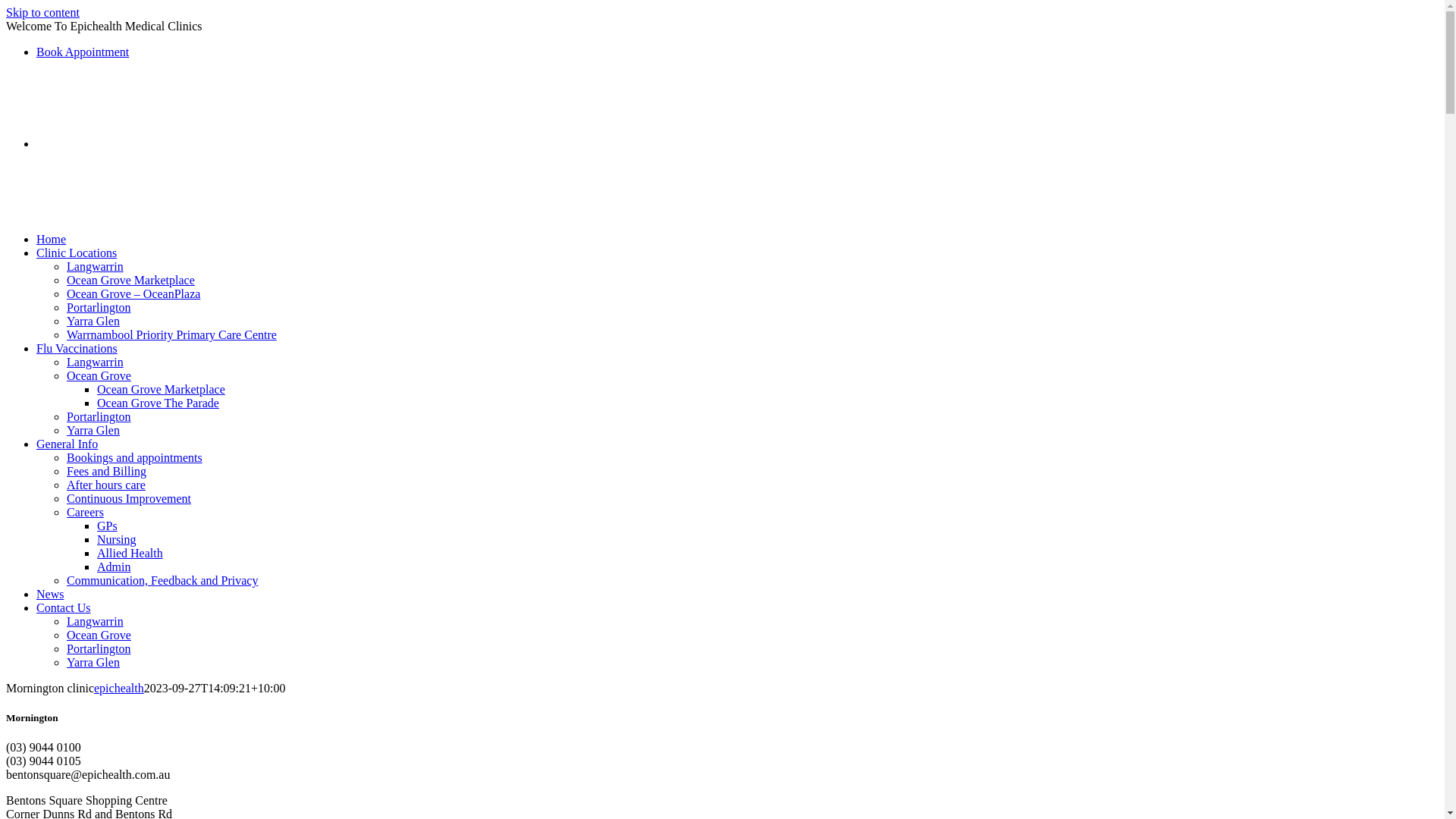 The image size is (1456, 819). I want to click on 'Contact Us', so click(62, 607).